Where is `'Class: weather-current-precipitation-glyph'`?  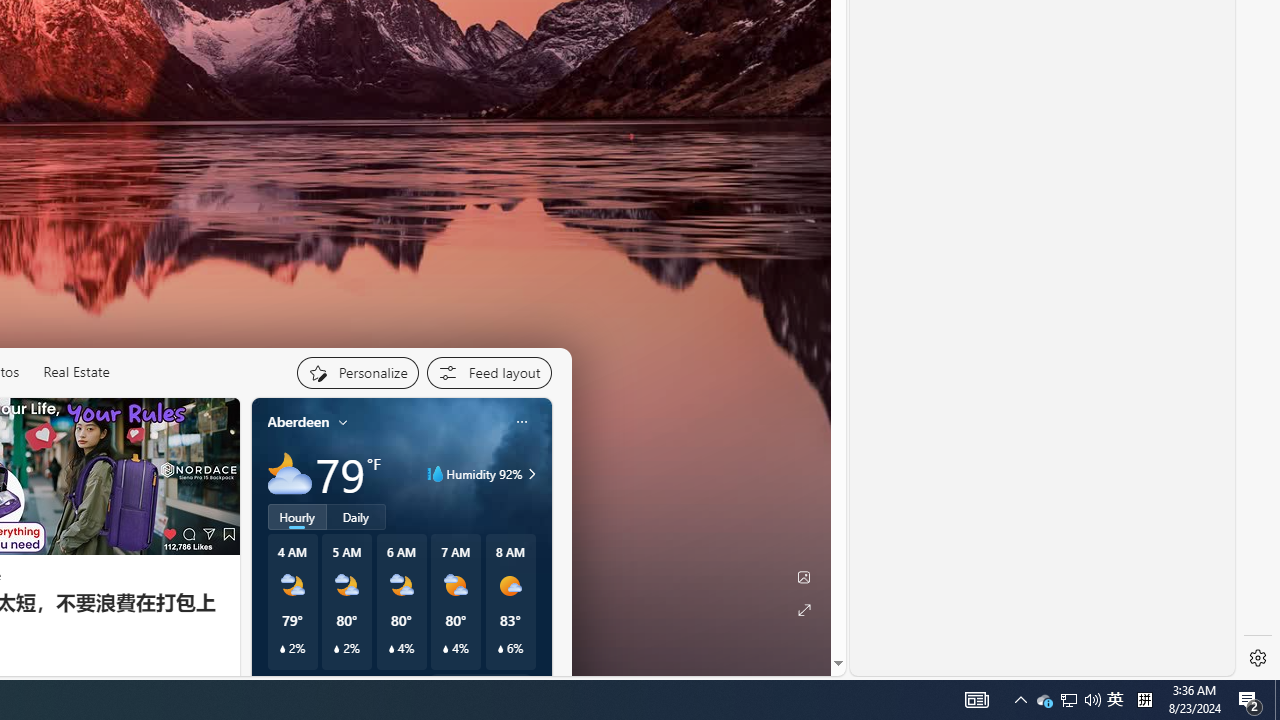
'Class: weather-current-precipitation-glyph' is located at coordinates (500, 649).